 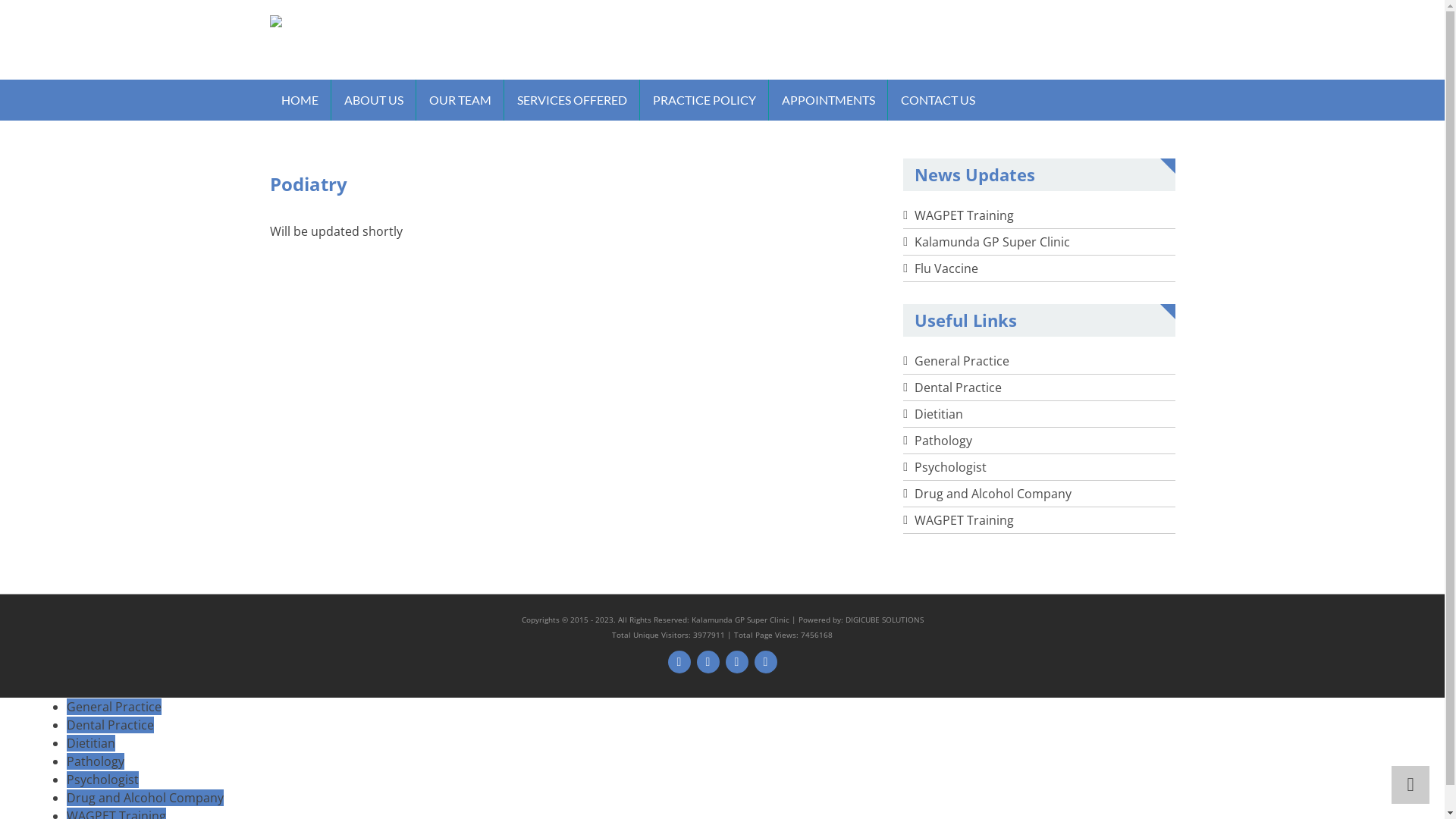 What do you see at coordinates (827, 99) in the screenshot?
I see `'APPOINTMENTS'` at bounding box center [827, 99].